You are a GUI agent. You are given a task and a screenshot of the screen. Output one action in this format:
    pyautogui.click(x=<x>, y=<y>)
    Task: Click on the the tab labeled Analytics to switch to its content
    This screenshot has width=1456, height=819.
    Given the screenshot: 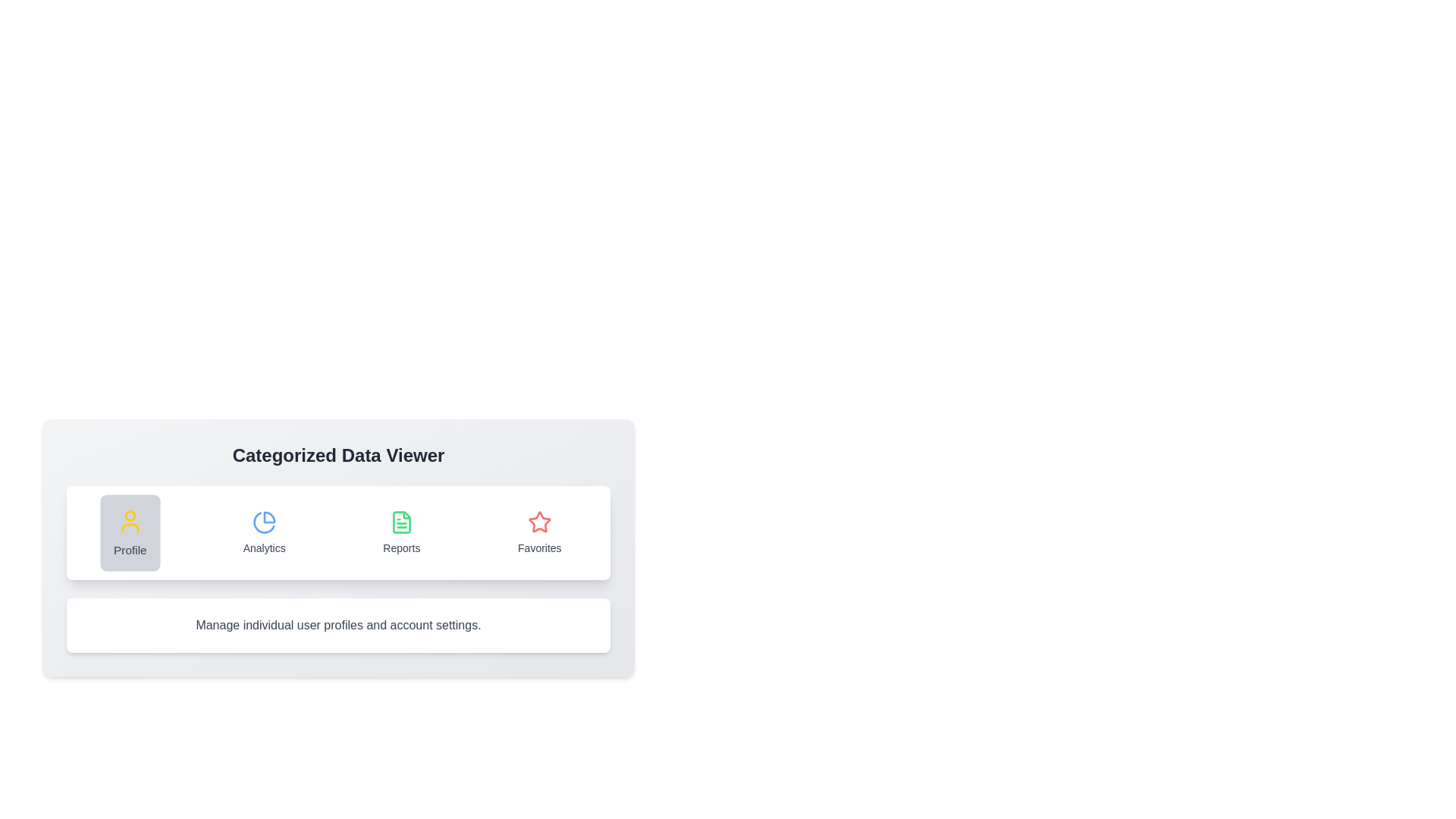 What is the action you would take?
    pyautogui.click(x=263, y=532)
    